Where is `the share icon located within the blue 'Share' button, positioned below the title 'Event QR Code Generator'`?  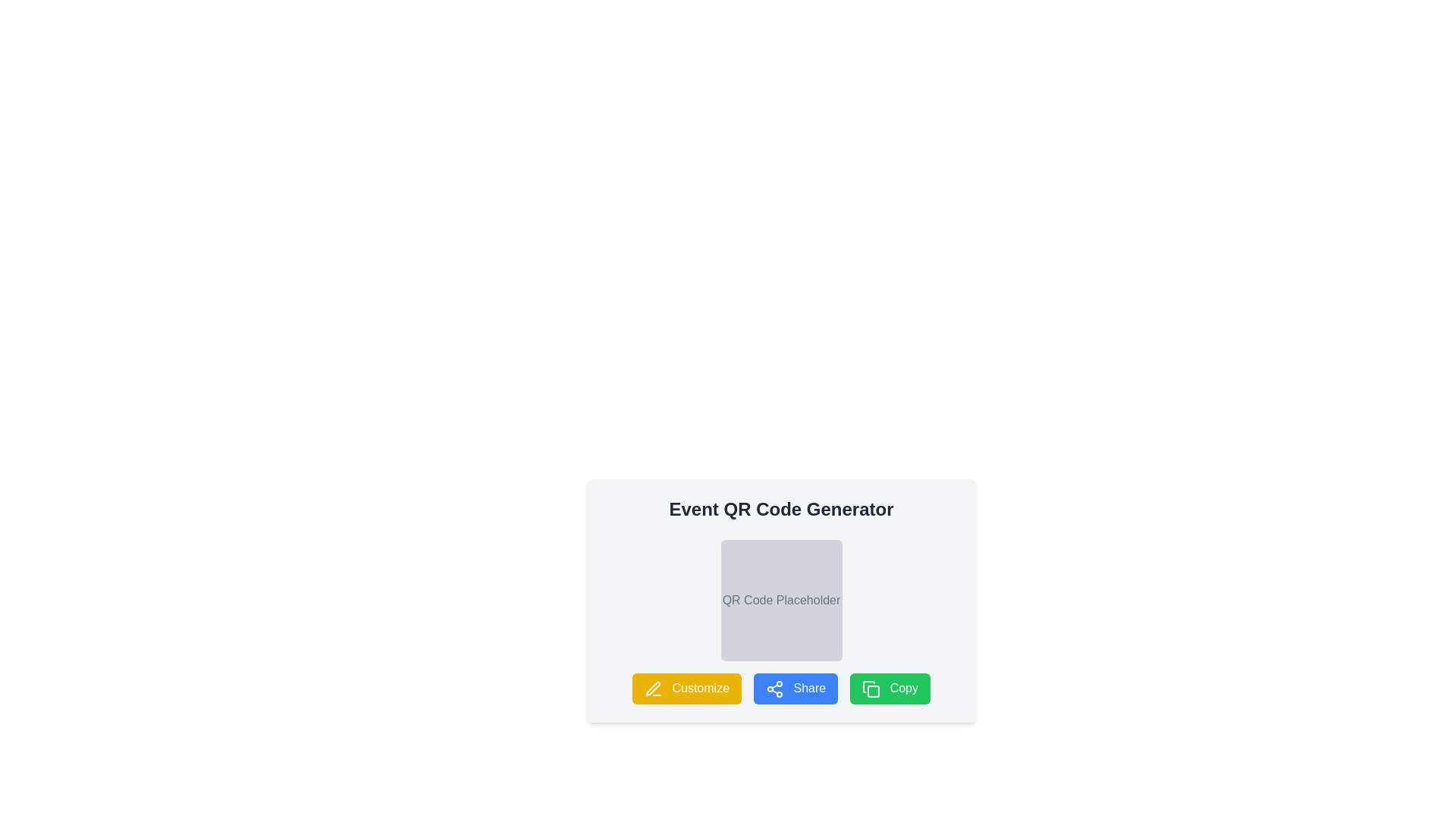
the share icon located within the blue 'Share' button, positioned below the title 'Event QR Code Generator' is located at coordinates (775, 689).